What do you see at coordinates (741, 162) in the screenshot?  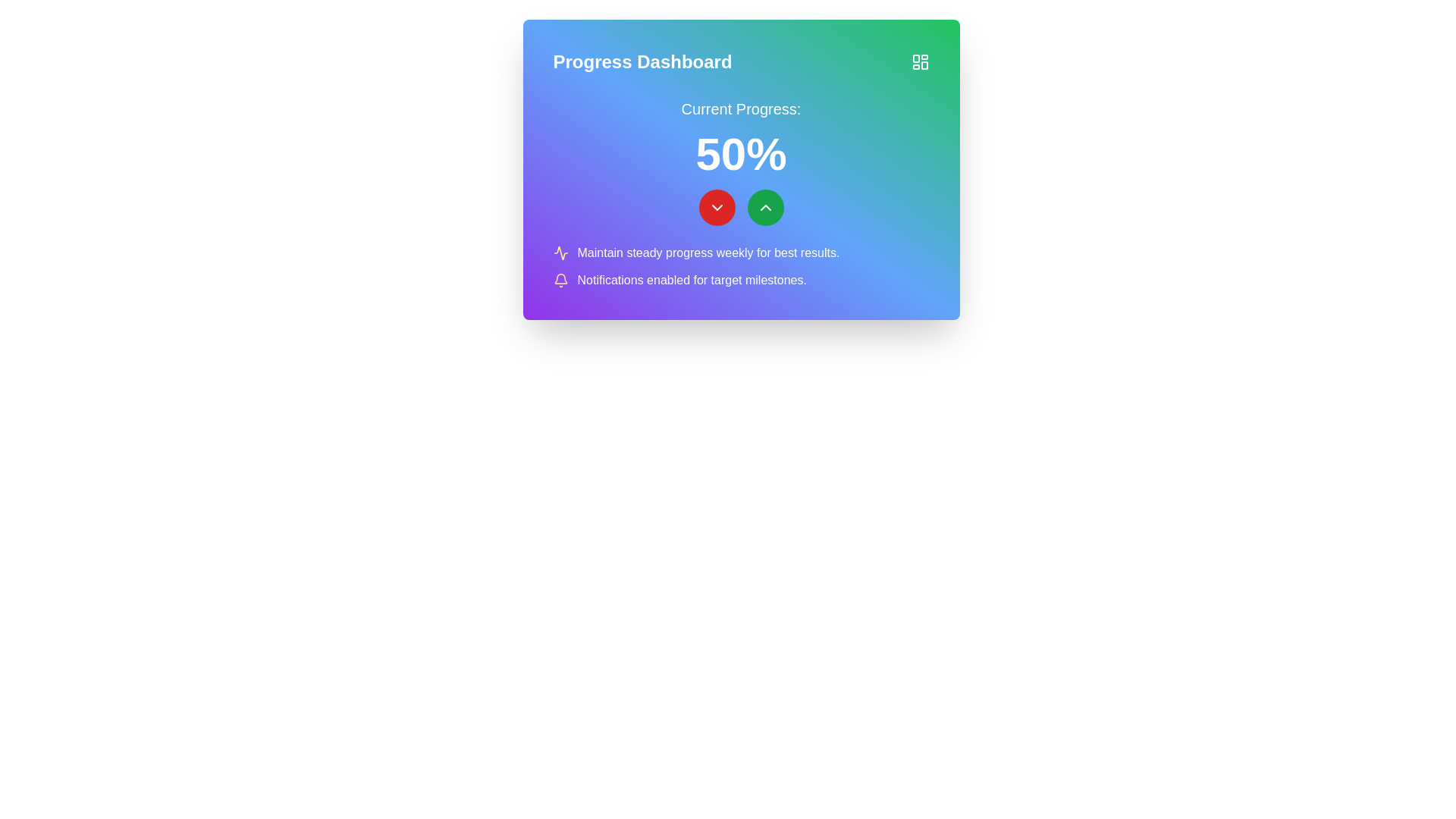 I see `the progress text displaying '50%'` at bounding box center [741, 162].